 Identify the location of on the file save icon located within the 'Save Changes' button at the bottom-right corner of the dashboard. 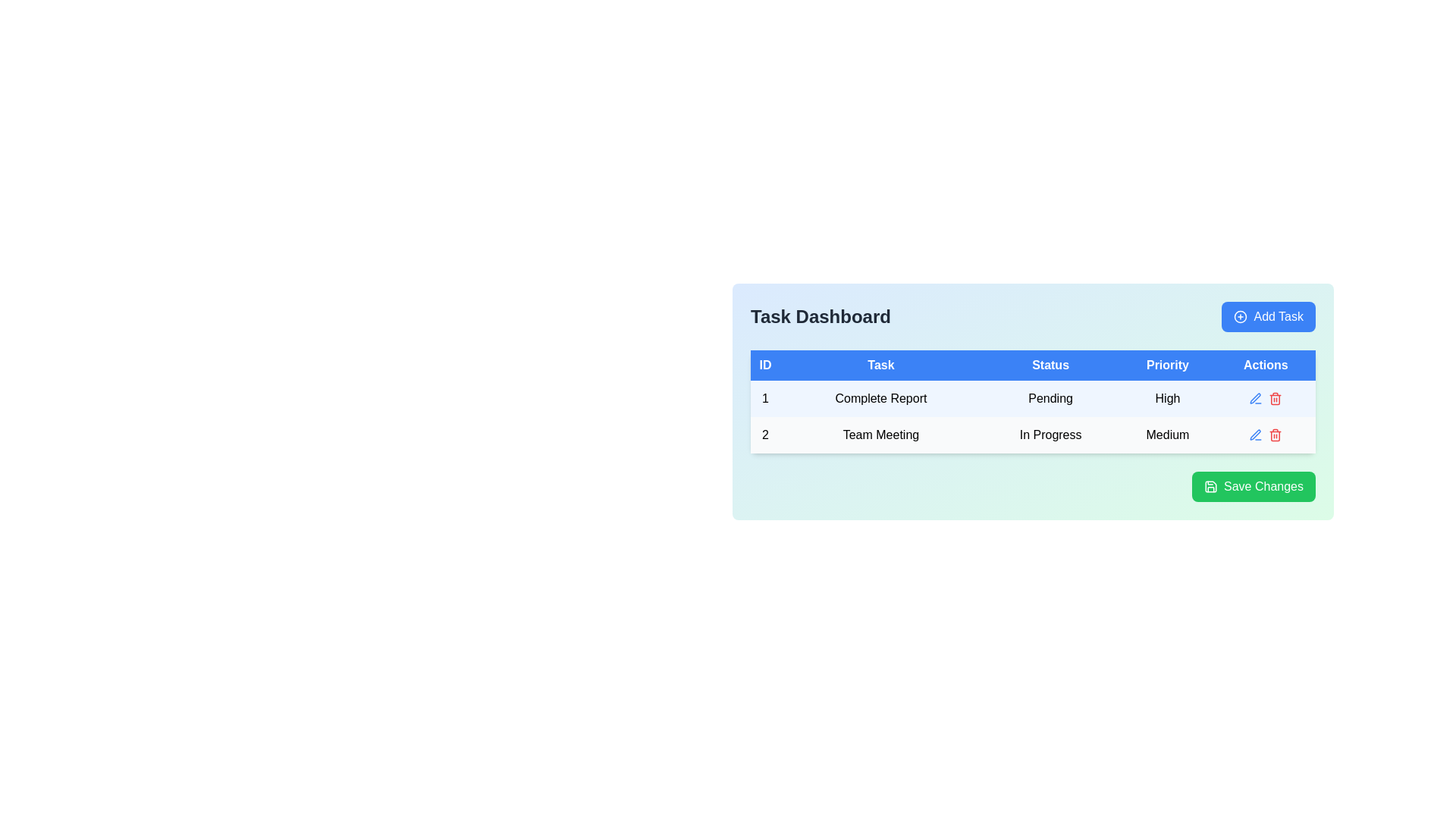
(1210, 486).